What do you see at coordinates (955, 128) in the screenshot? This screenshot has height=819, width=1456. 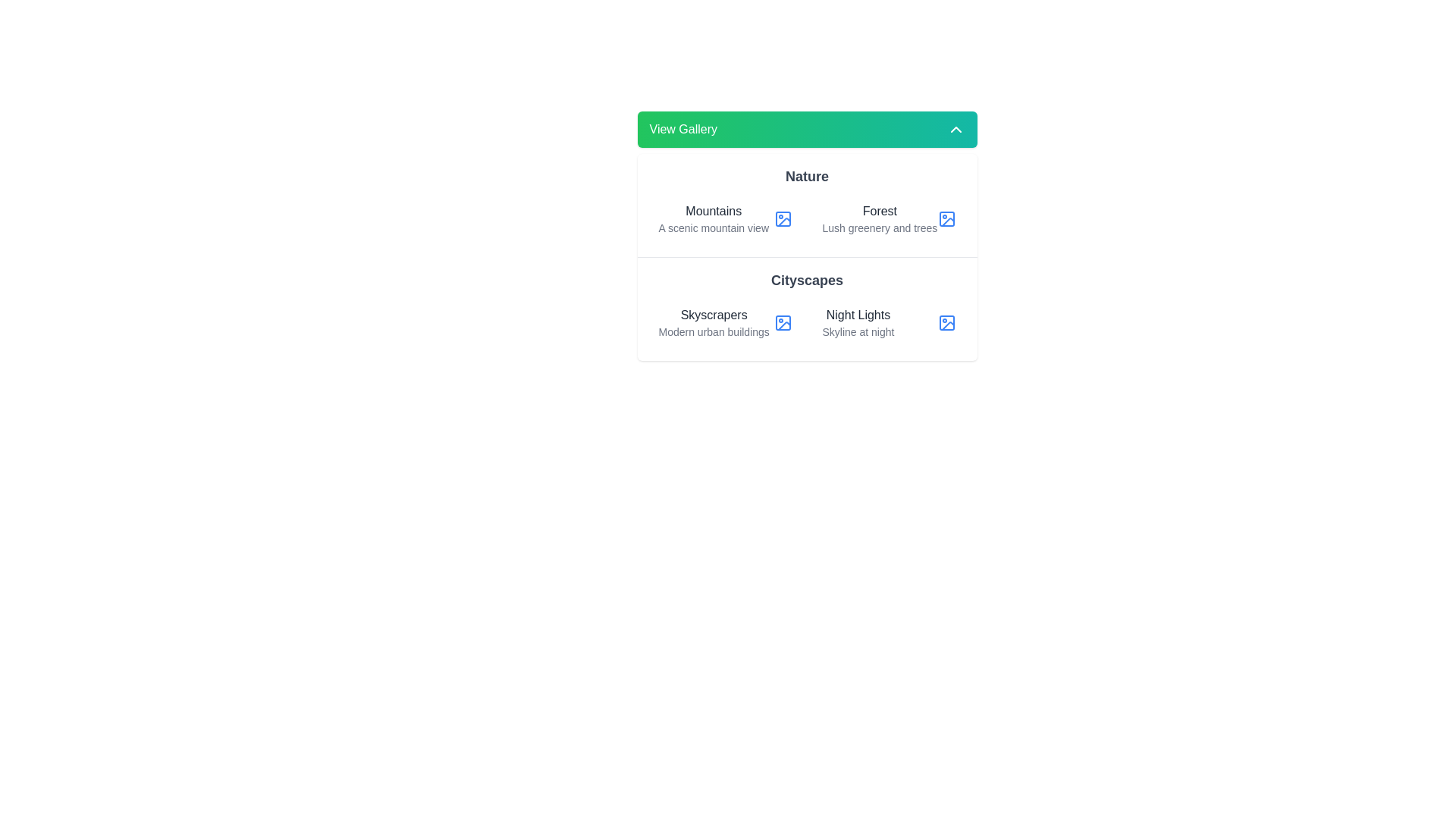 I see `the upward-facing white chevron icon located on the far-right end of the green gradient 'View Gallery' button` at bounding box center [955, 128].